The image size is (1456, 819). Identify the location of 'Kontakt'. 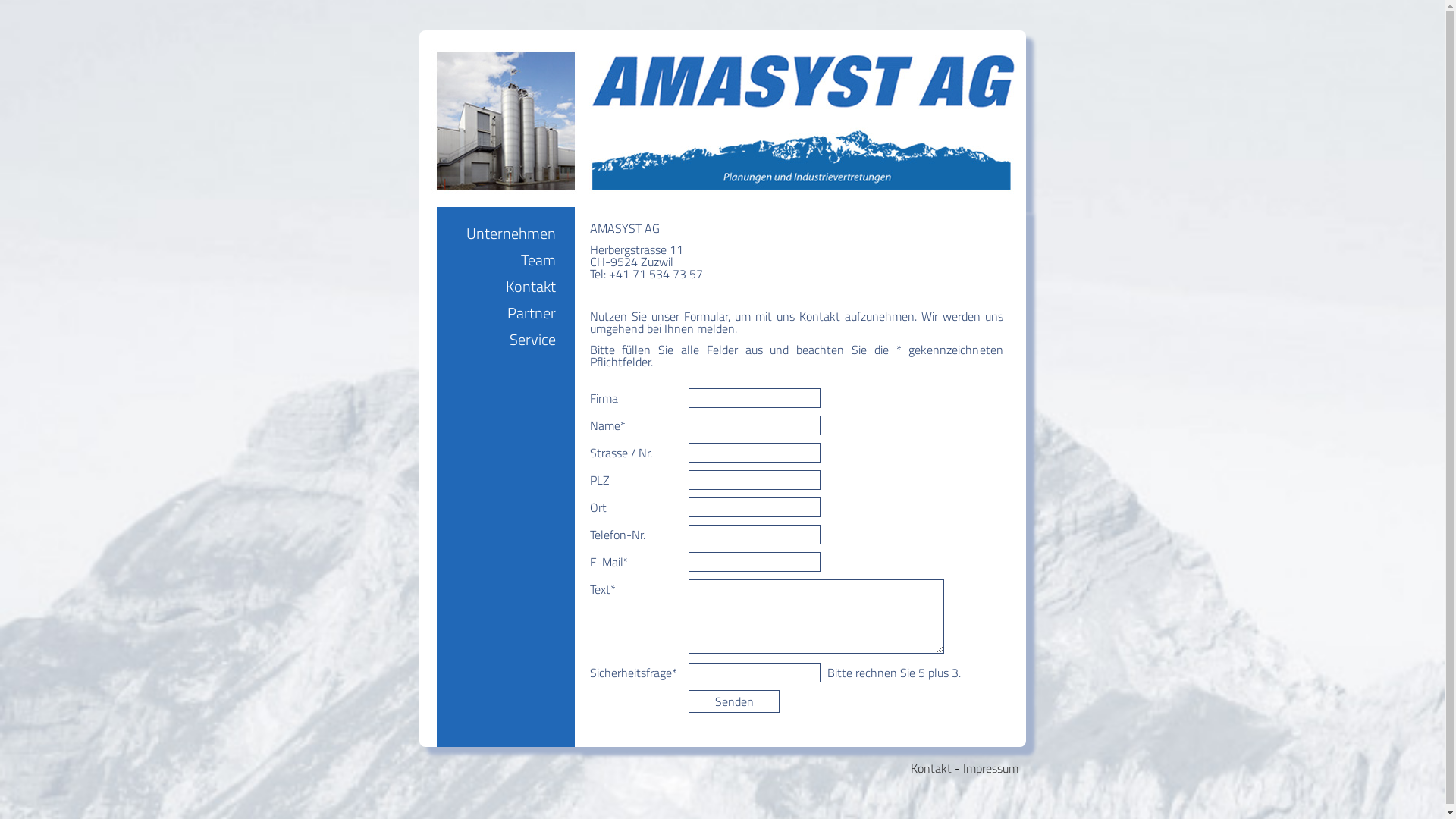
(930, 768).